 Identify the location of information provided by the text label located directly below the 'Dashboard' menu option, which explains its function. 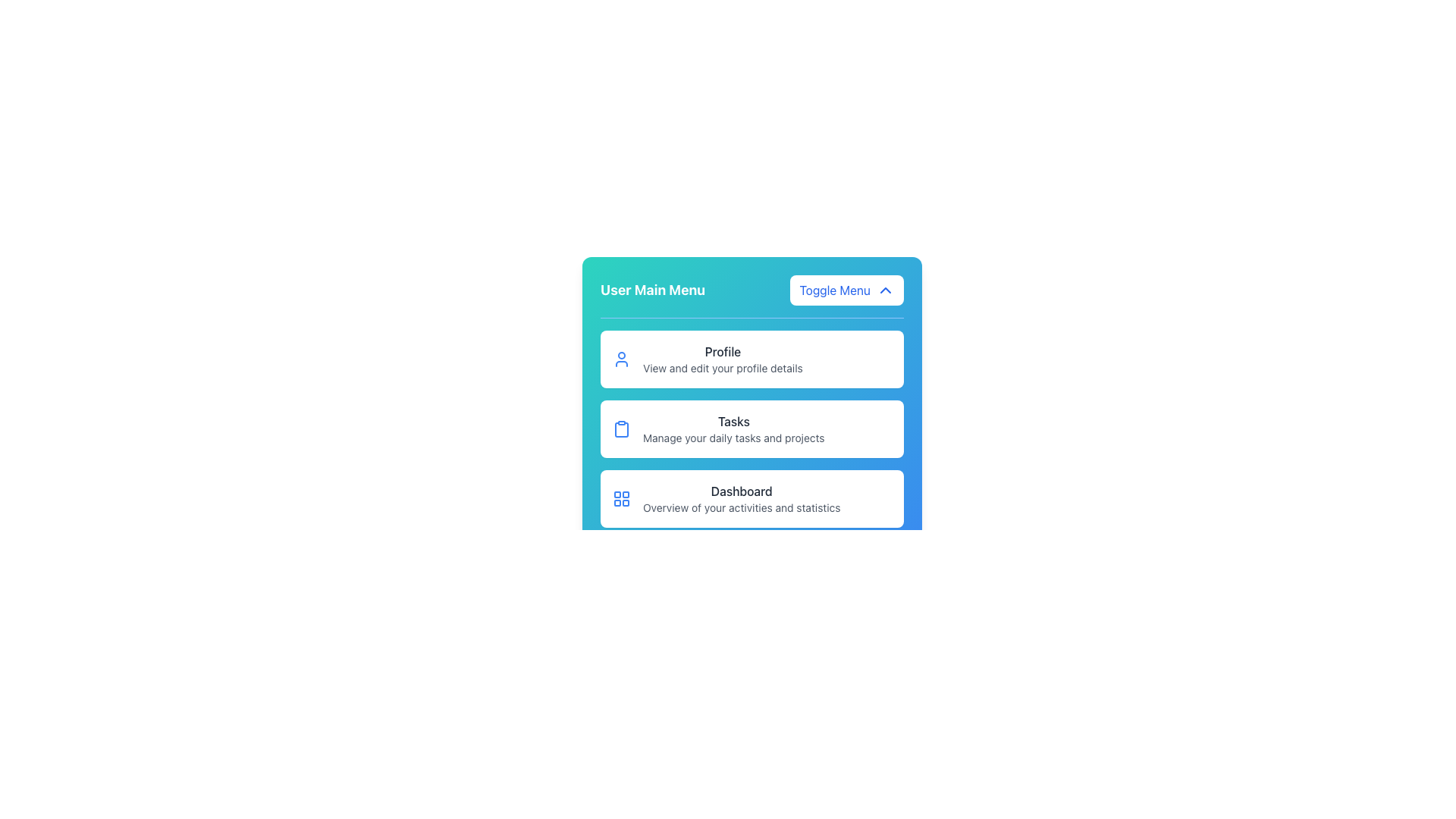
(742, 508).